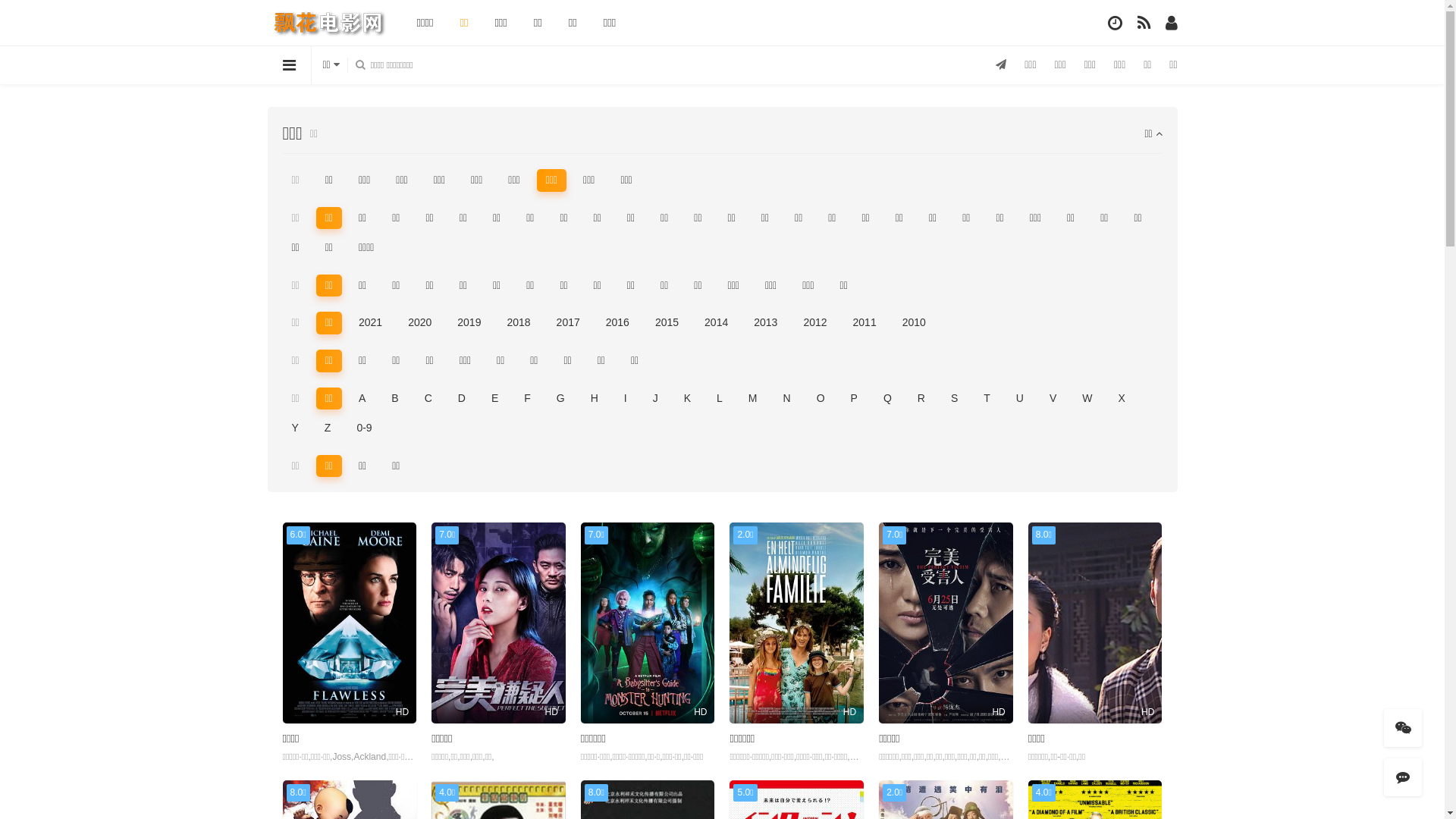  What do you see at coordinates (468, 322) in the screenshot?
I see `'2019'` at bounding box center [468, 322].